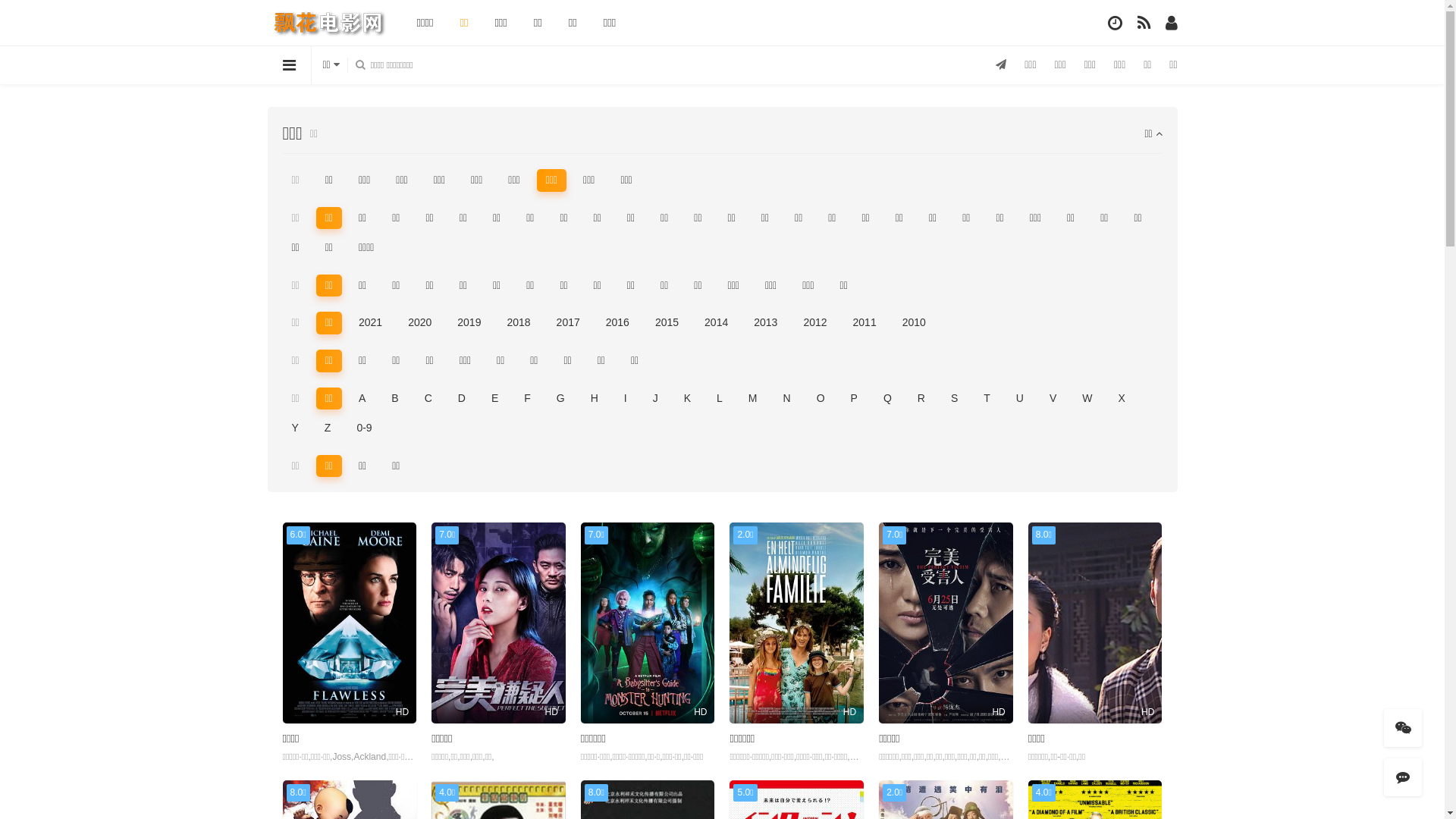  What do you see at coordinates (468, 322) in the screenshot?
I see `'2019'` at bounding box center [468, 322].